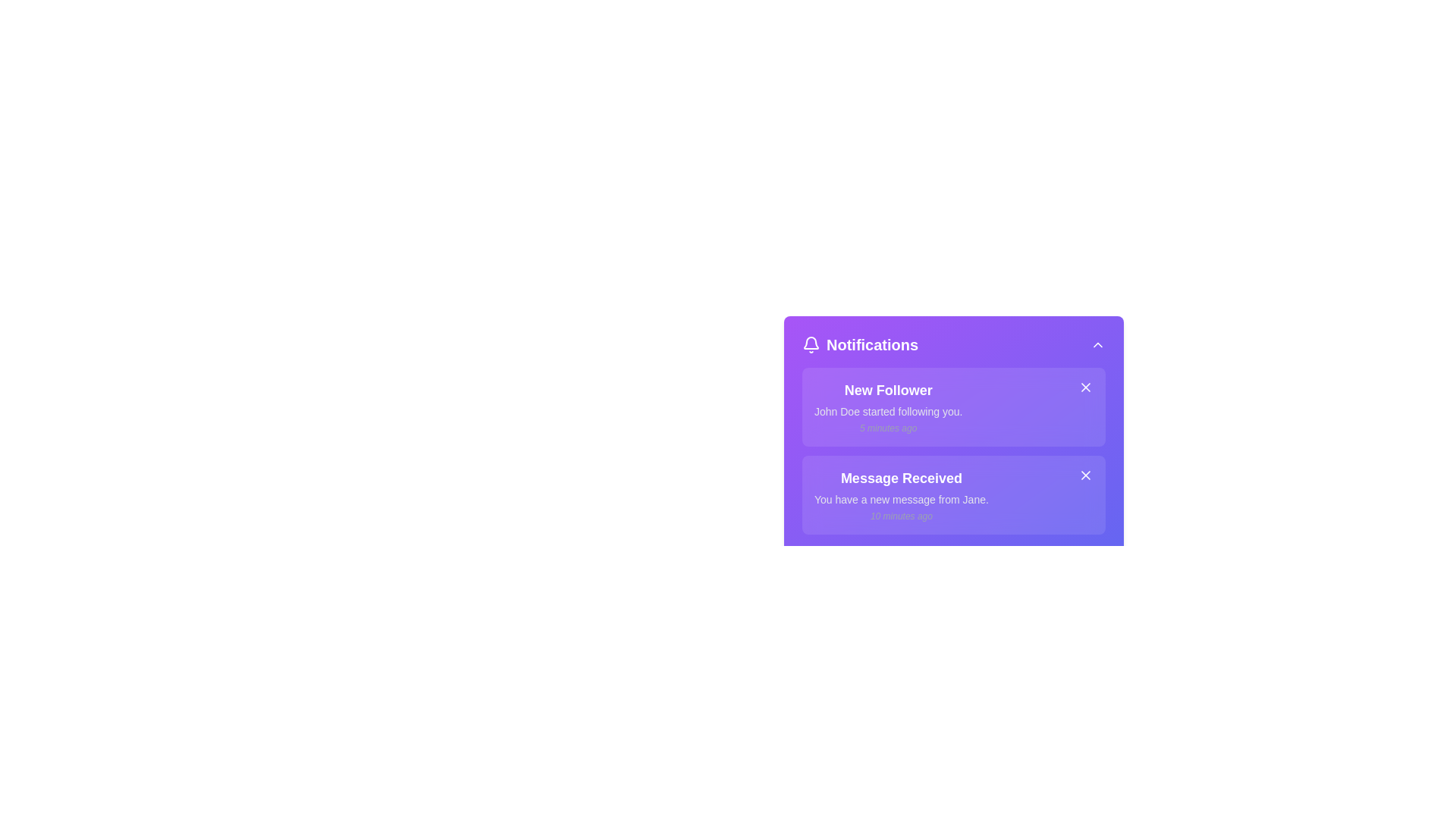  What do you see at coordinates (901, 500) in the screenshot?
I see `static text message 'You have a new message from Jane.' displayed in gray color within the notification card titled 'Message Received'` at bounding box center [901, 500].